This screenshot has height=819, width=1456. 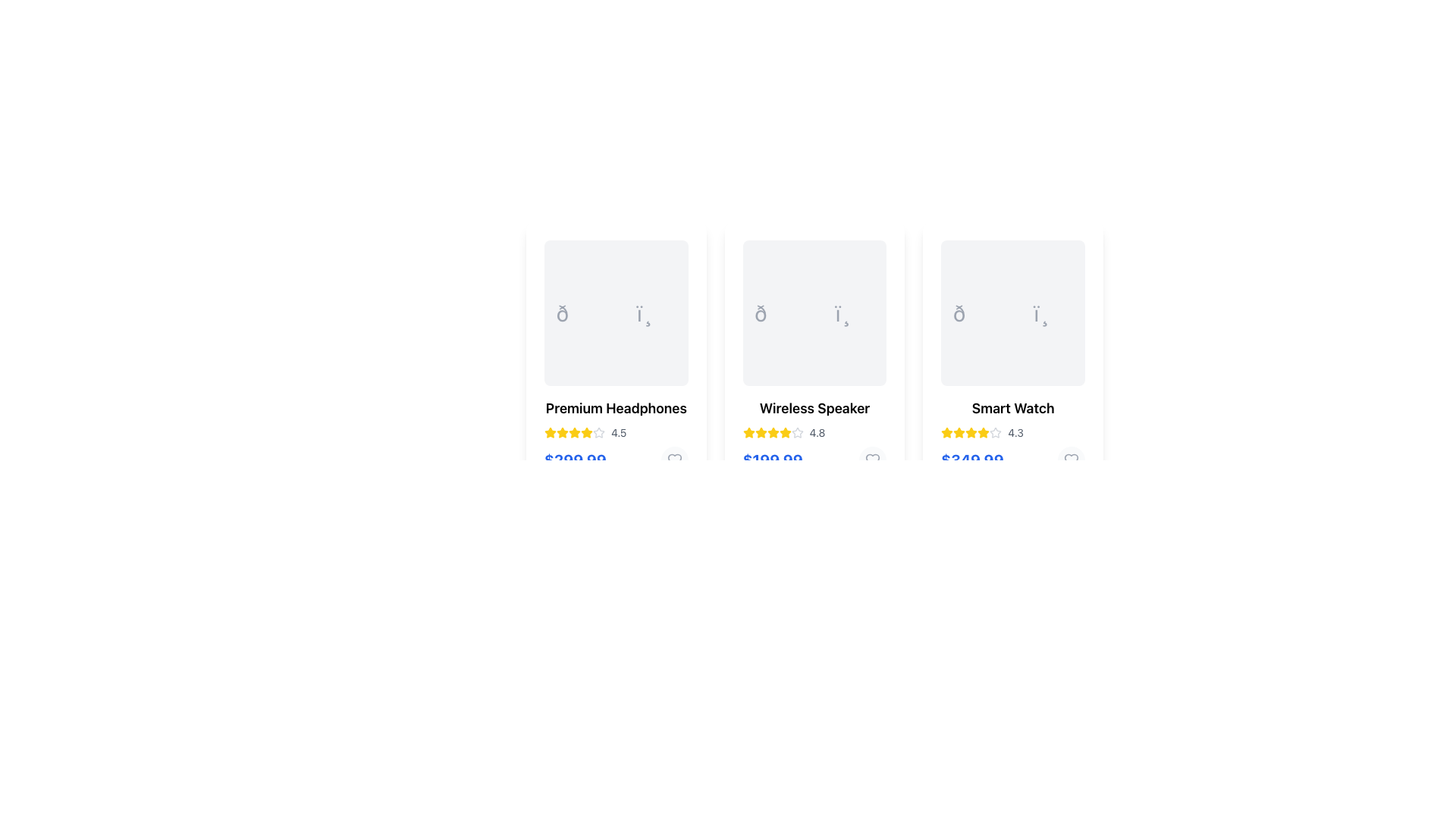 What do you see at coordinates (959, 432) in the screenshot?
I see `the yellow star-shaped icon representing the rating feature located above the '4.3' rating text in the 'Smart Watch' card` at bounding box center [959, 432].